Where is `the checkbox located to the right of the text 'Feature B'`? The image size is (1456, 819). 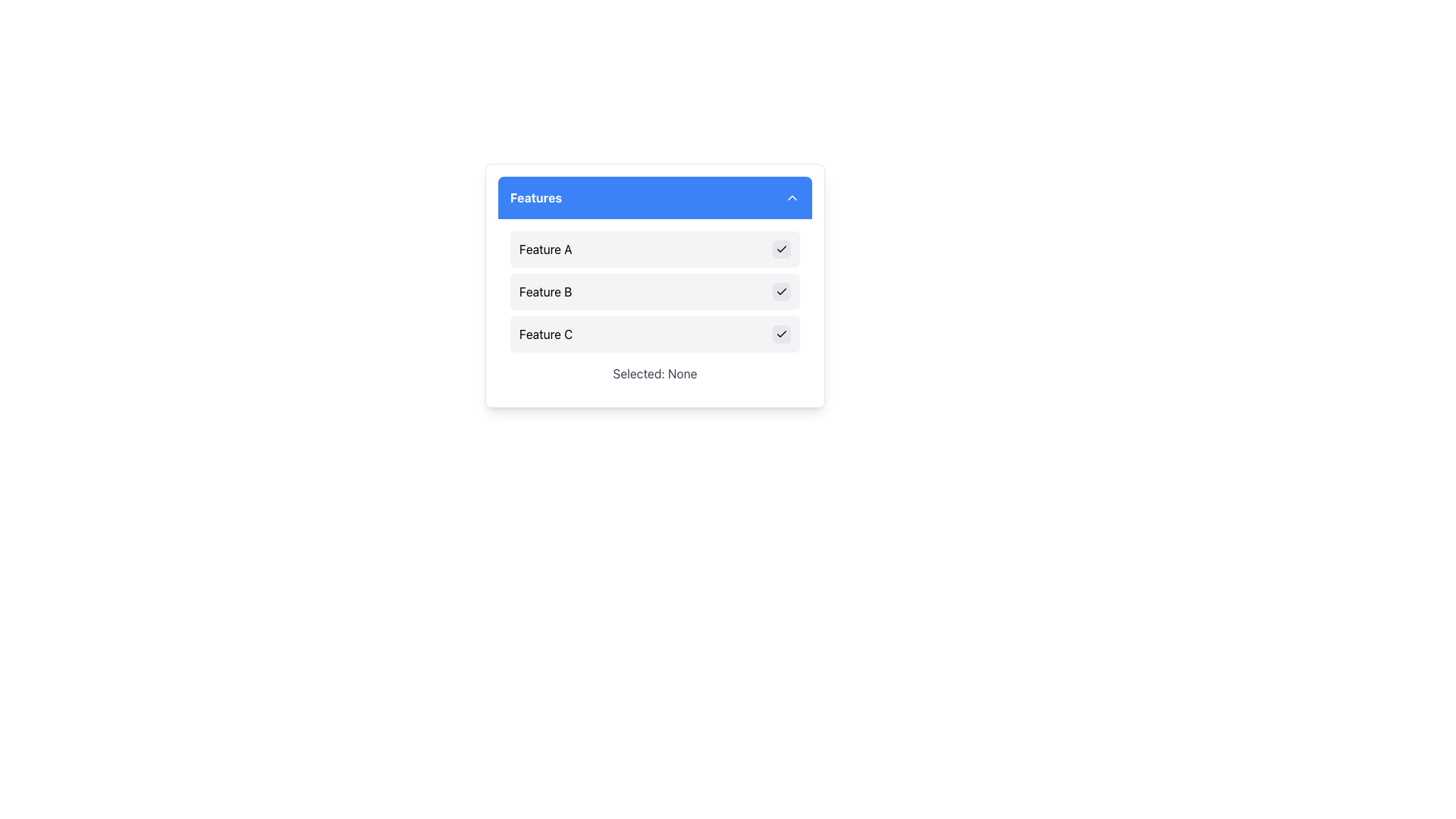 the checkbox located to the right of the text 'Feature B' is located at coordinates (782, 292).